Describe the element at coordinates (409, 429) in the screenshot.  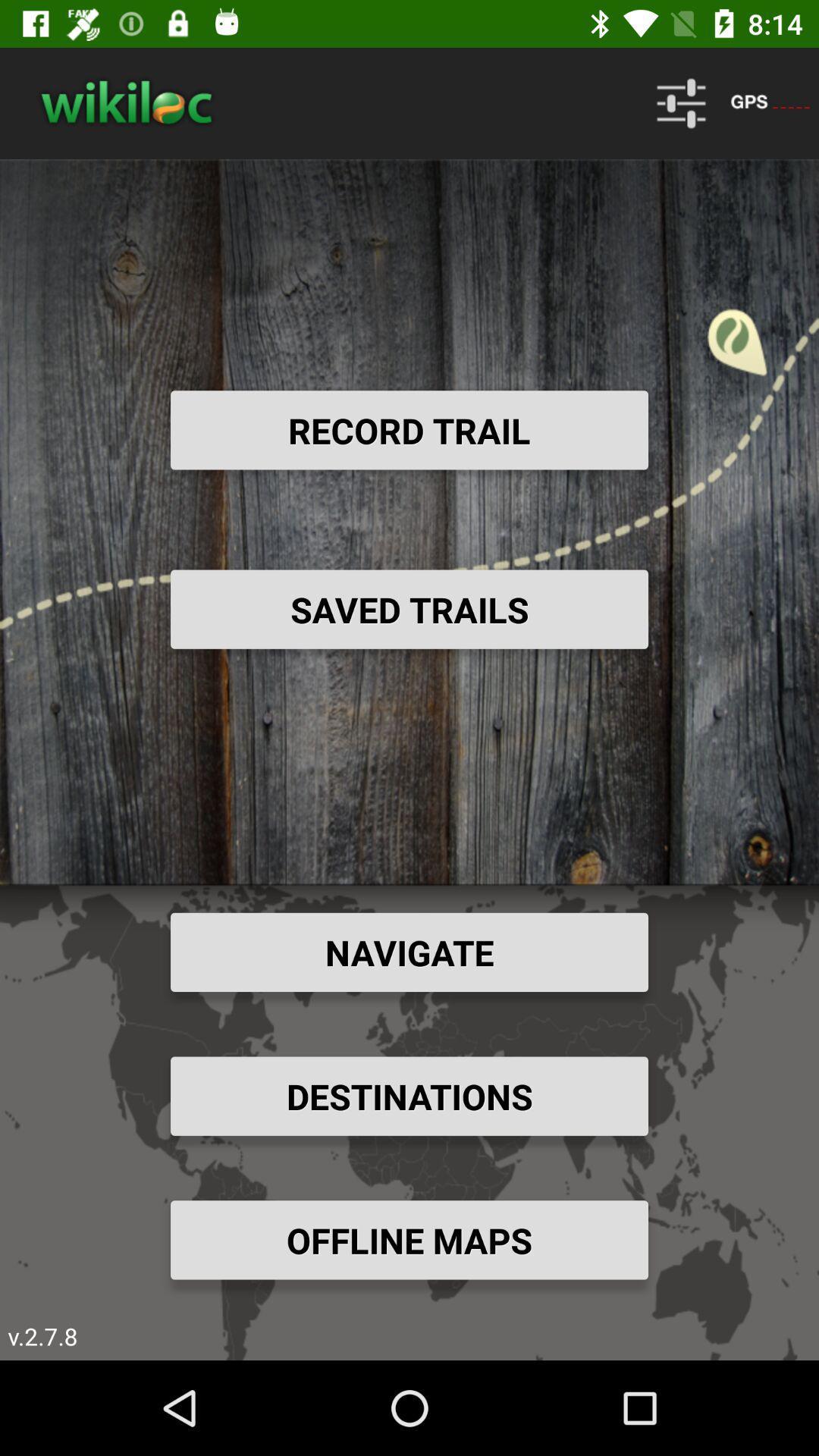
I see `the record trail item` at that location.